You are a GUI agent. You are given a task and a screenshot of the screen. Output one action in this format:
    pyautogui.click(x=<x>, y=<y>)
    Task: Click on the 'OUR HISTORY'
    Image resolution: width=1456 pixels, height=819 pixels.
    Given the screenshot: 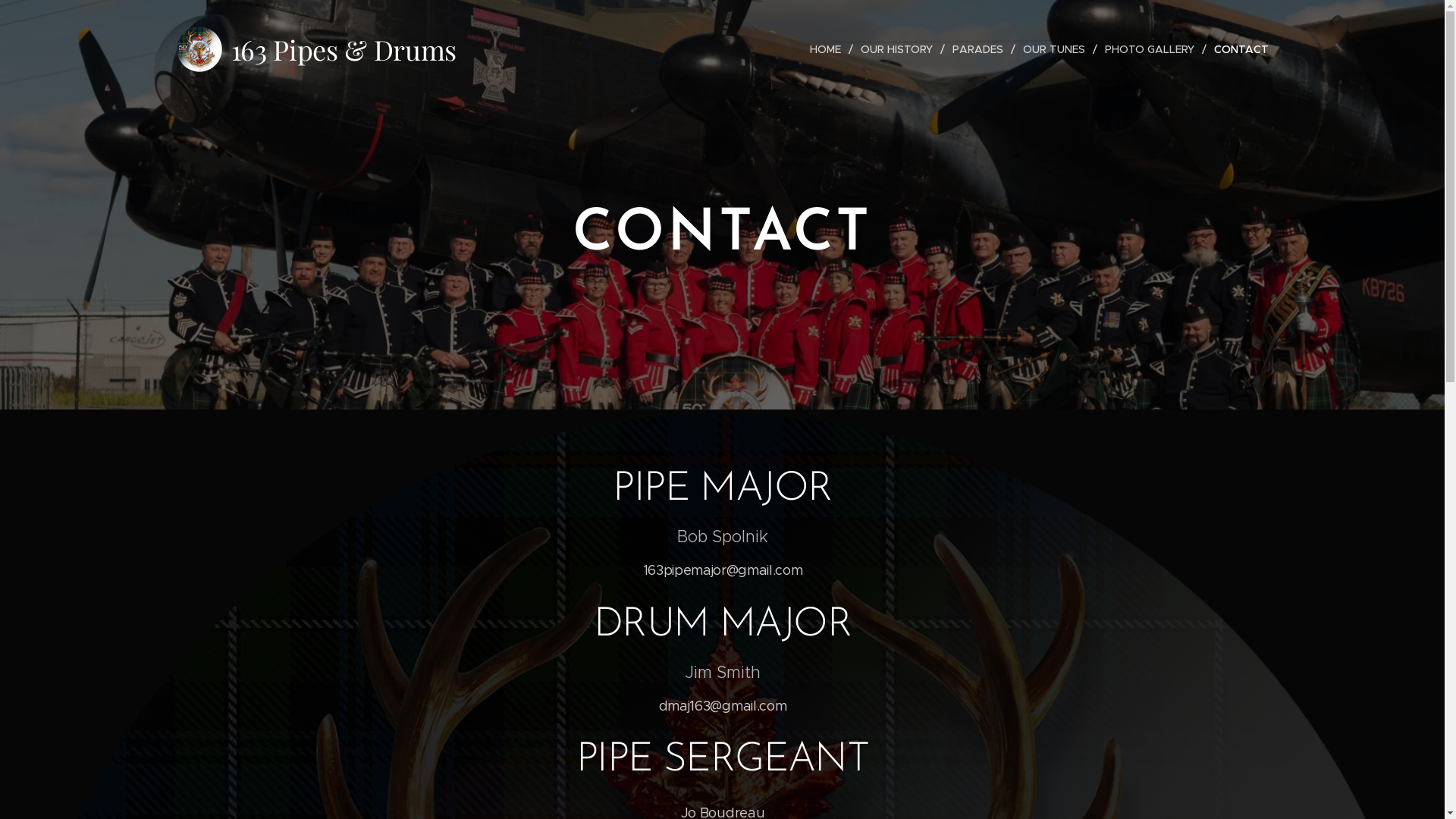 What is the action you would take?
    pyautogui.click(x=898, y=49)
    